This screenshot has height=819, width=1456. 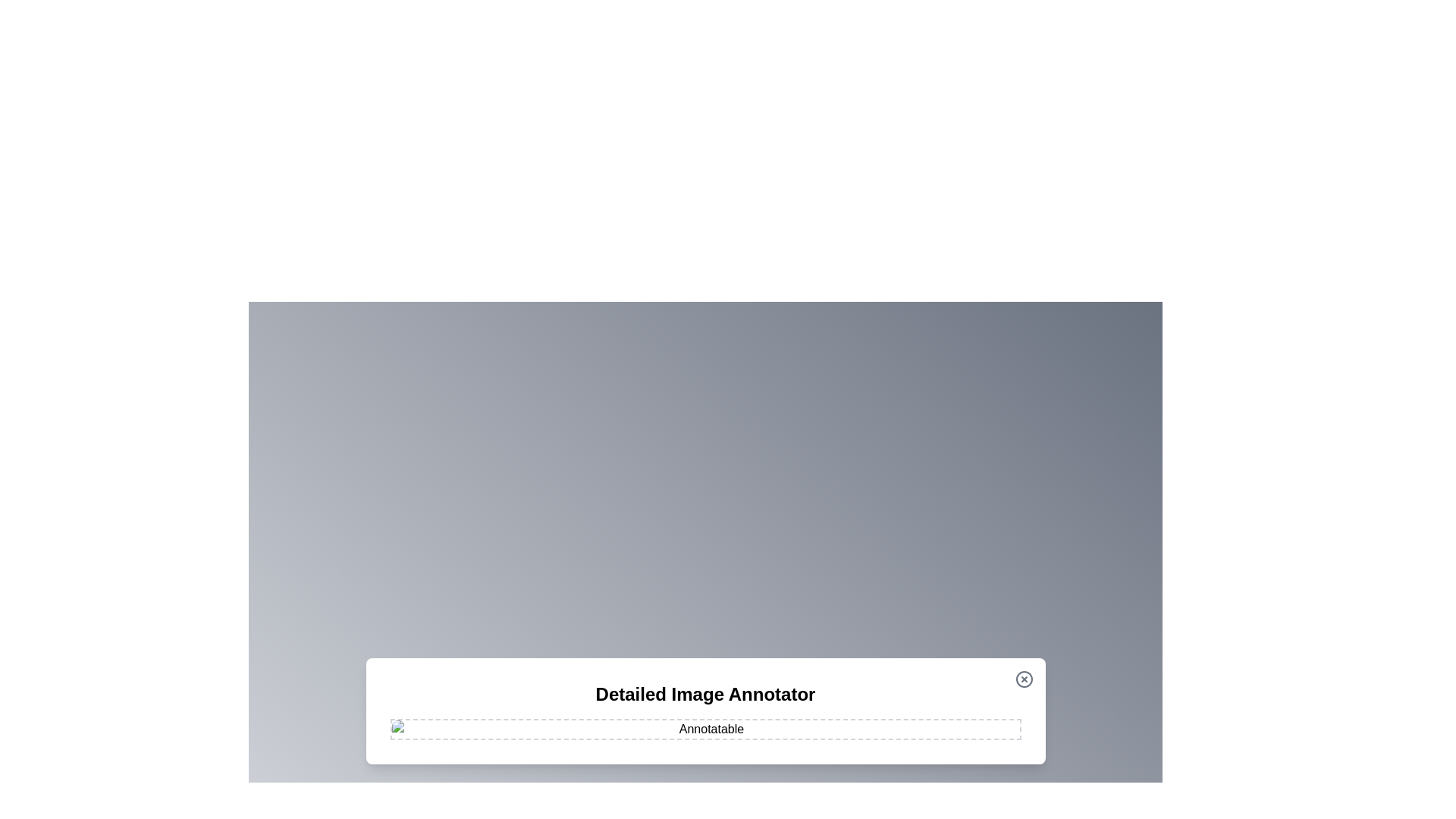 I want to click on the image at coordinates (1070, 957) to add an annotation, so click(x=811, y=724).